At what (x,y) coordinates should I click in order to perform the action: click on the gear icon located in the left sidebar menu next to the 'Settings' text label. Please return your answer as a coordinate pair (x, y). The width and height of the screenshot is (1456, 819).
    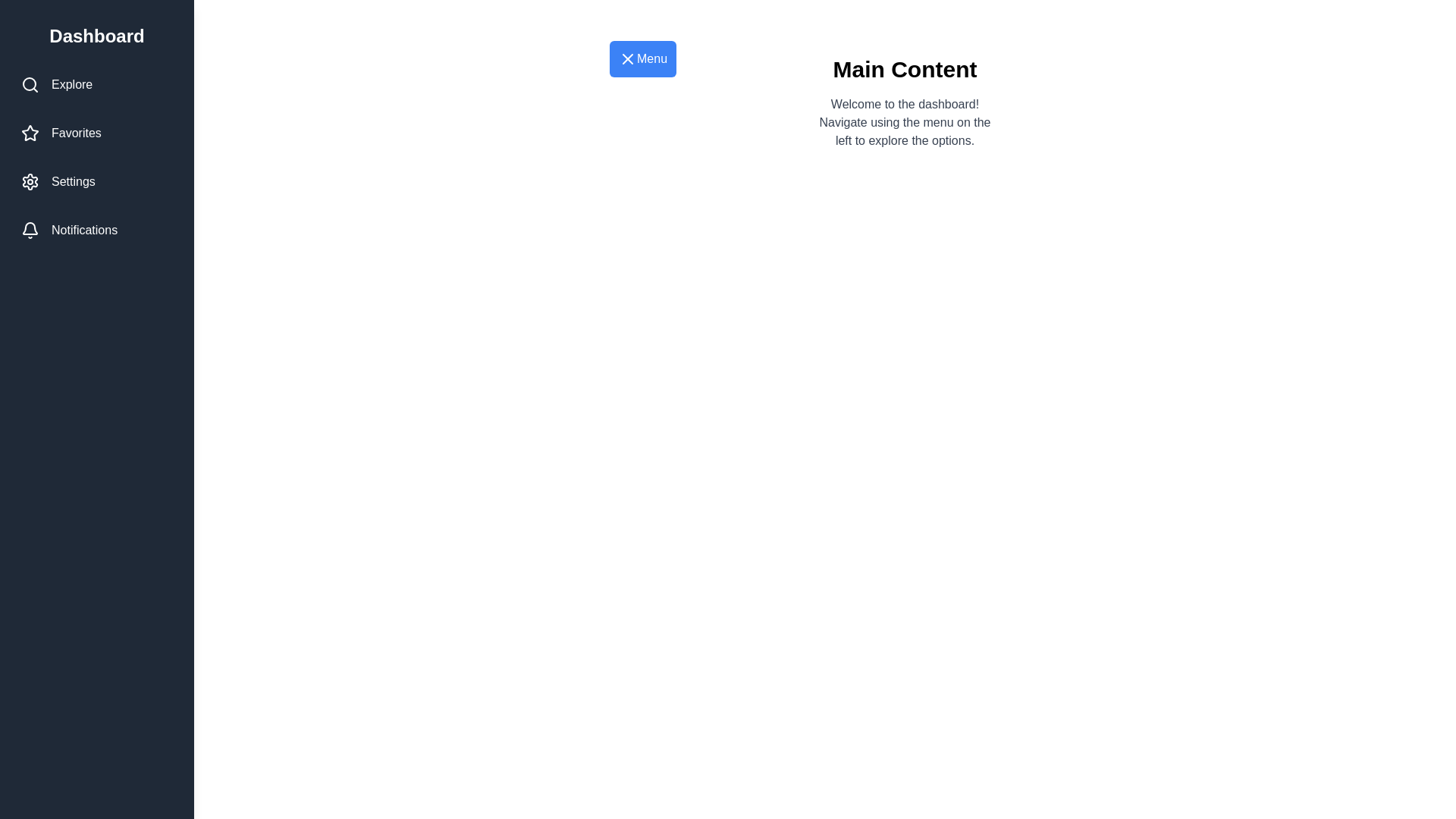
    Looking at the image, I should click on (30, 180).